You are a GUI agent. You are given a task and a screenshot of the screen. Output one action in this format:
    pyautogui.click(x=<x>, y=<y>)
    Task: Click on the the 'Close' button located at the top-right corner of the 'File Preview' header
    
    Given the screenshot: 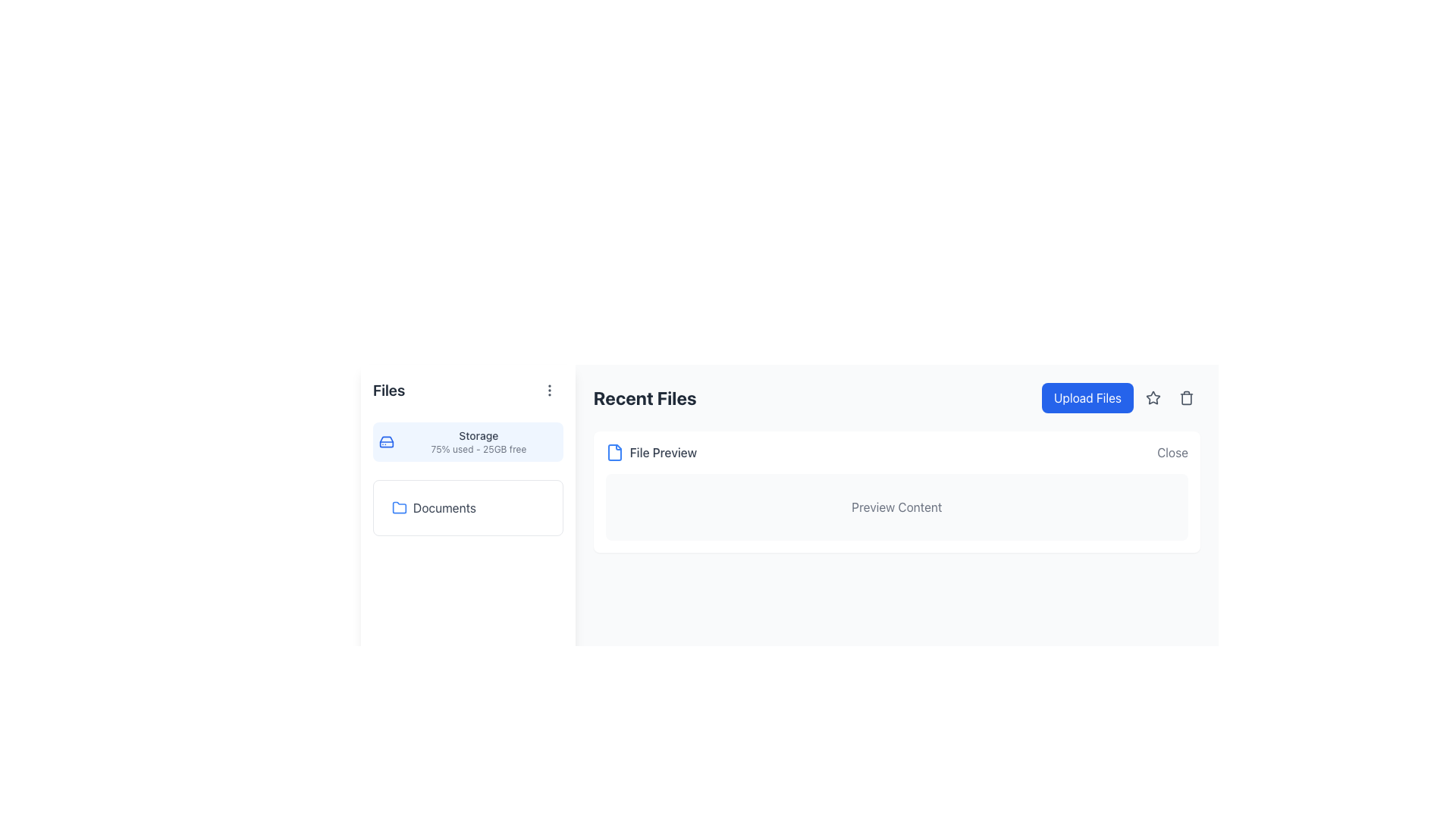 What is the action you would take?
    pyautogui.click(x=1172, y=452)
    